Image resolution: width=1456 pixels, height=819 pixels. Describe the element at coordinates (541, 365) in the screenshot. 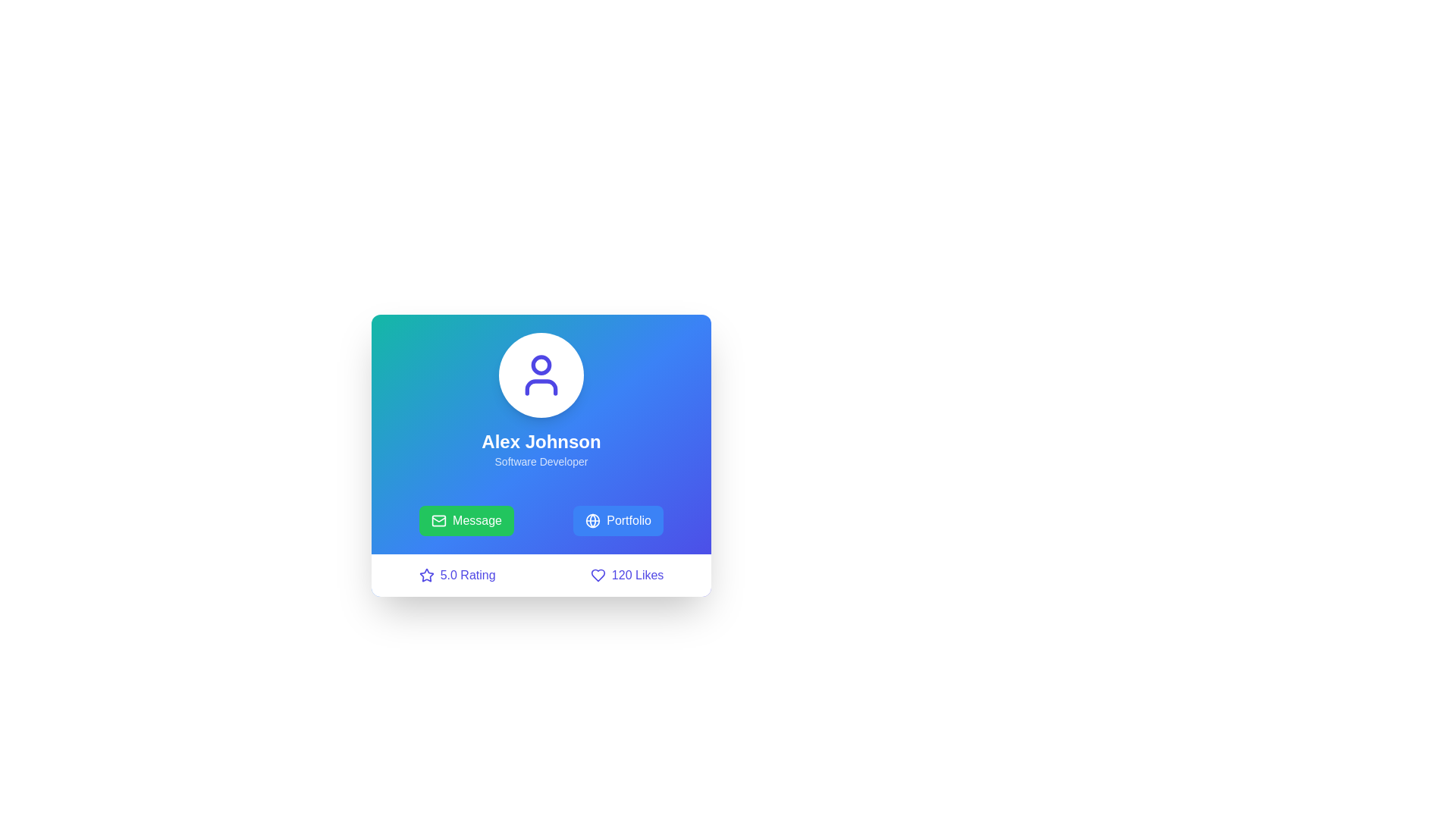

I see `the SVG Circle representing the head in the user avatar, located in the upper central portion of the profile card` at that location.